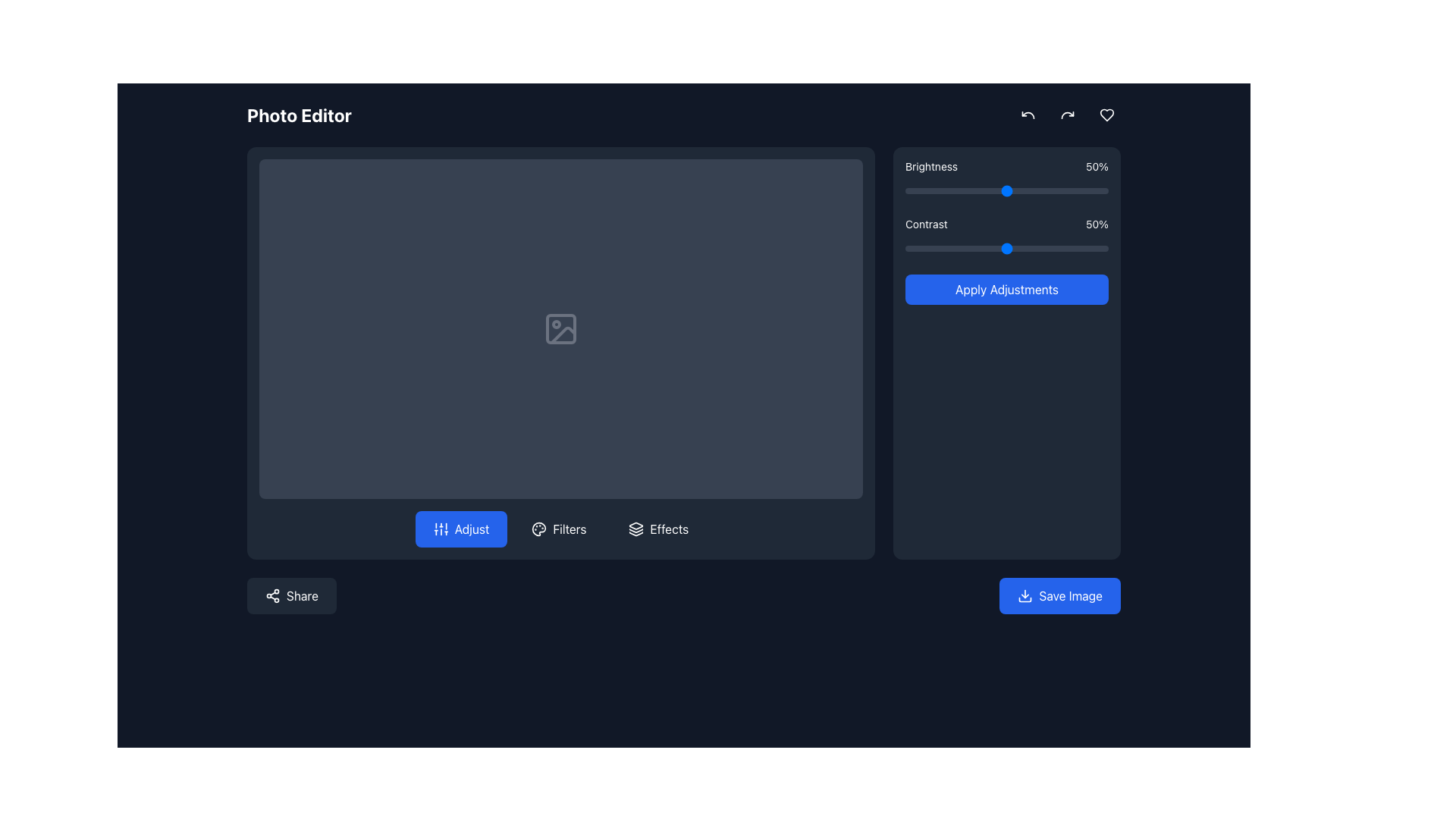 The height and width of the screenshot is (819, 1456). What do you see at coordinates (302, 595) in the screenshot?
I see `the text label displaying 'Share' in white font on a dark background, which is part of a button located at the bottom-left corner of the interface, to initiate sharing` at bounding box center [302, 595].